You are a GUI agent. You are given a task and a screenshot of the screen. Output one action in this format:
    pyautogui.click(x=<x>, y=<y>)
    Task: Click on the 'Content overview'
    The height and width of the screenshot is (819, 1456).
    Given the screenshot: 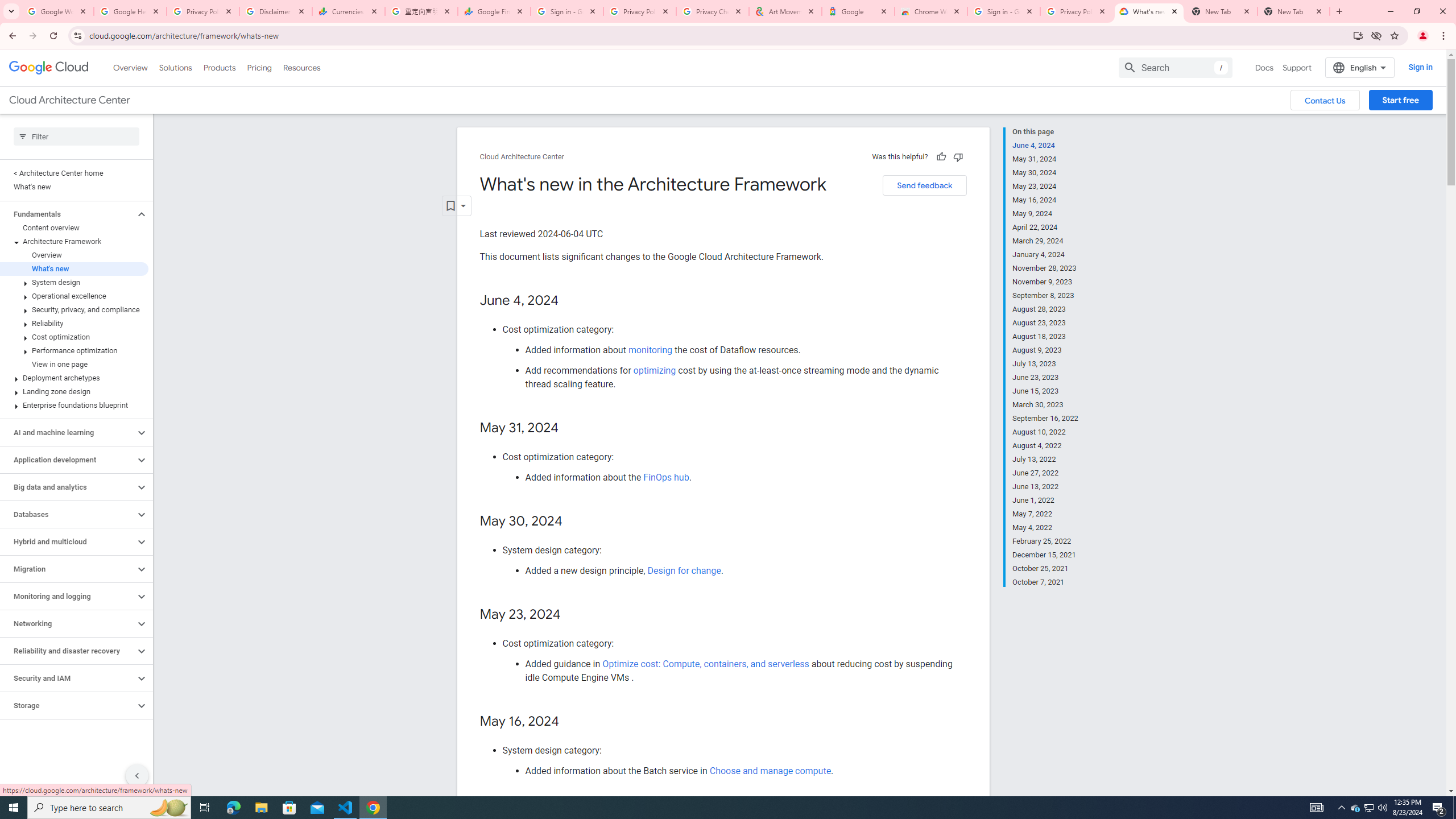 What is the action you would take?
    pyautogui.click(x=74, y=228)
    